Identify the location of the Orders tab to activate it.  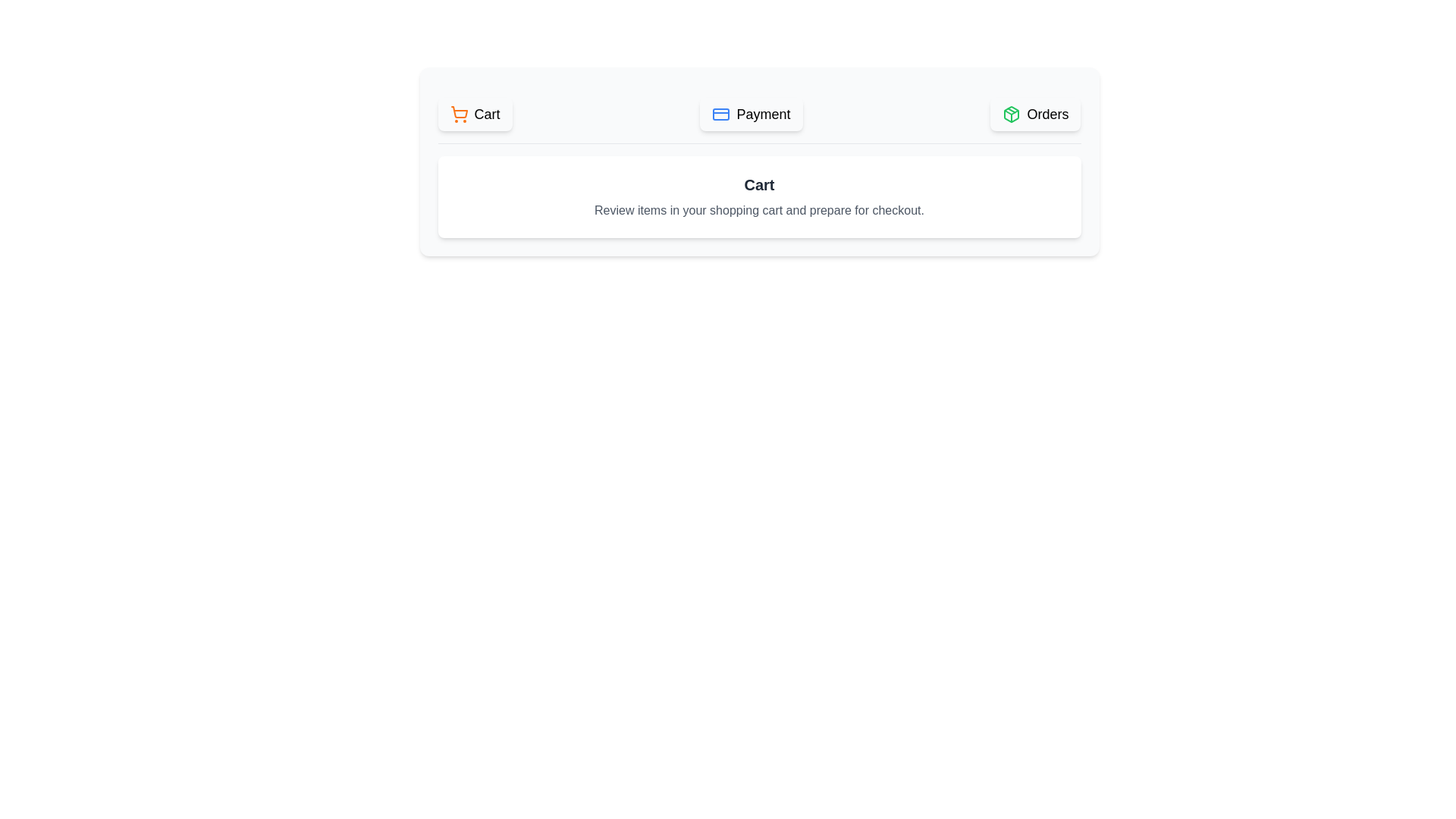
(1035, 113).